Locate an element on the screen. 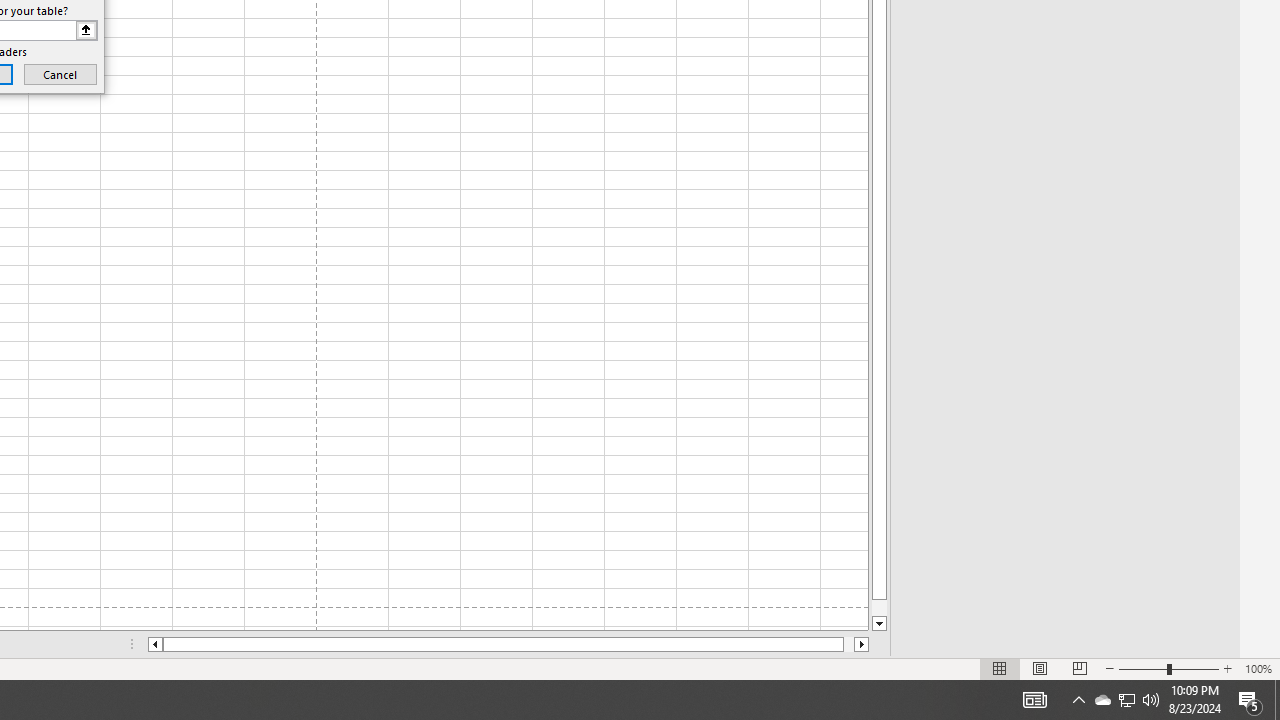 This screenshot has width=1280, height=720. 'Class: NetUIScrollBar' is located at coordinates (508, 644).